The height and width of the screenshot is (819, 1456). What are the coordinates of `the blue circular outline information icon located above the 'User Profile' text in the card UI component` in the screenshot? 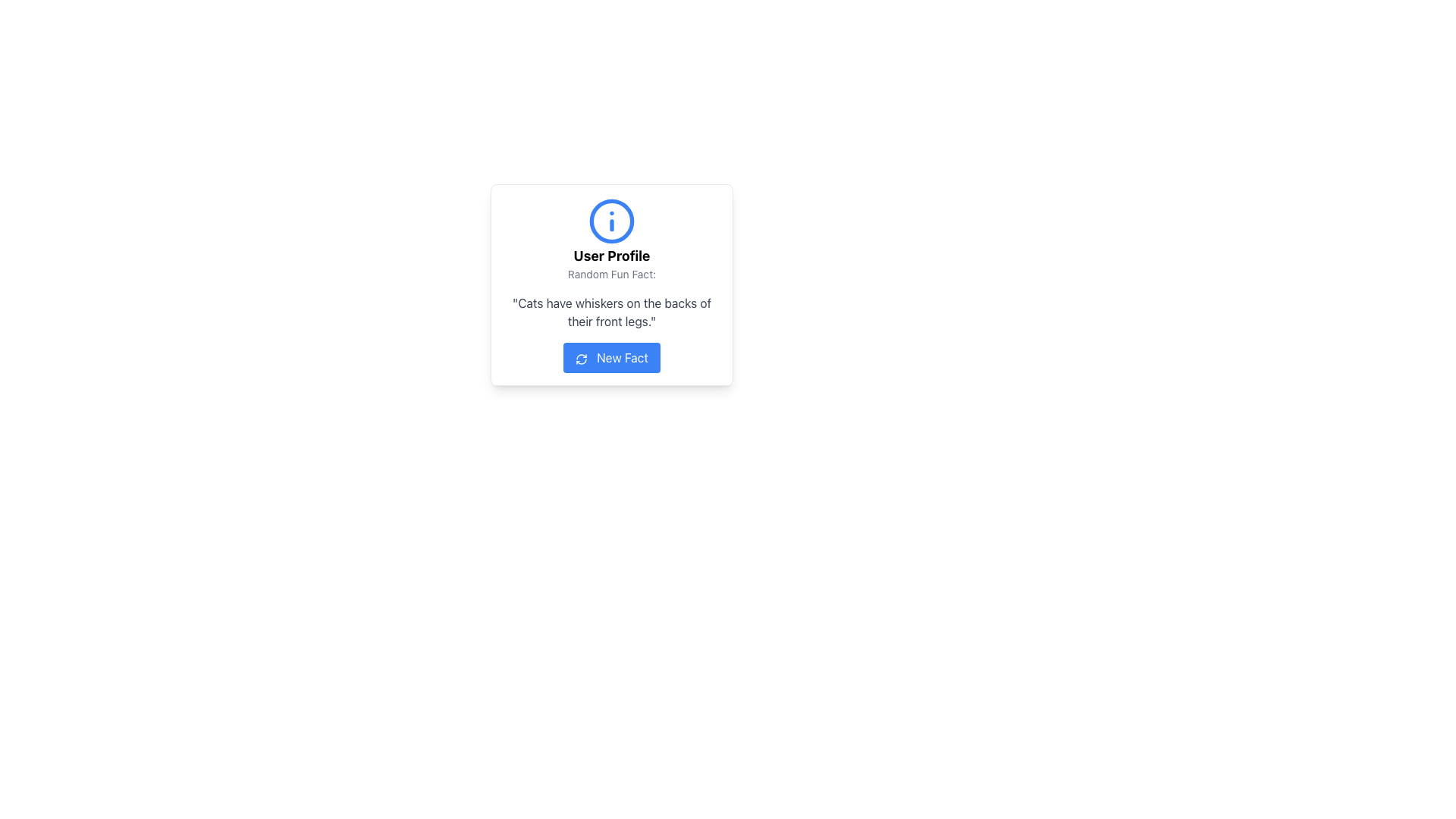 It's located at (611, 221).